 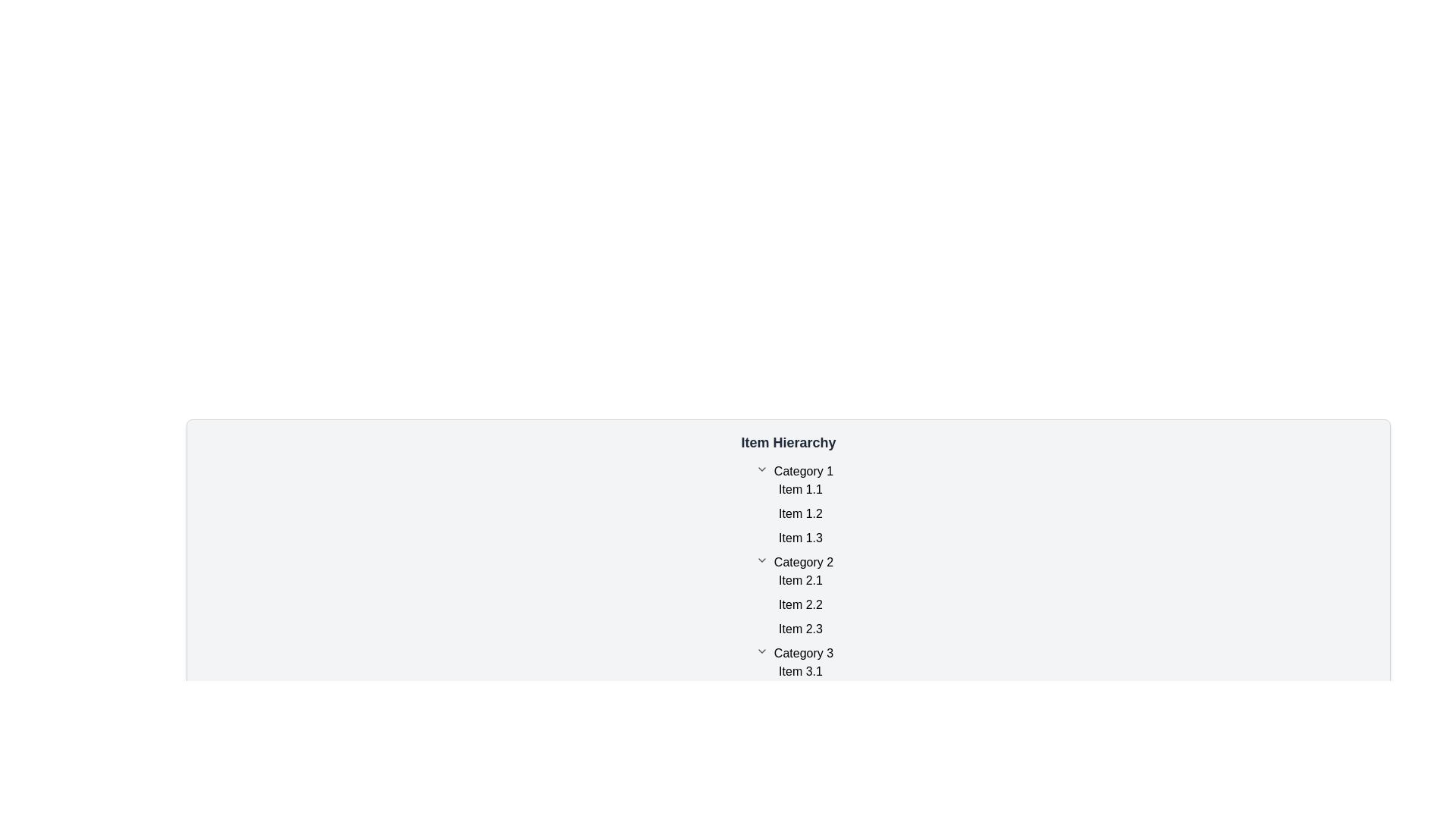 What do you see at coordinates (800, 579) in the screenshot?
I see `the Text Label representing the first item under 'Category 2' in the 'Item Hierarchy' list` at bounding box center [800, 579].